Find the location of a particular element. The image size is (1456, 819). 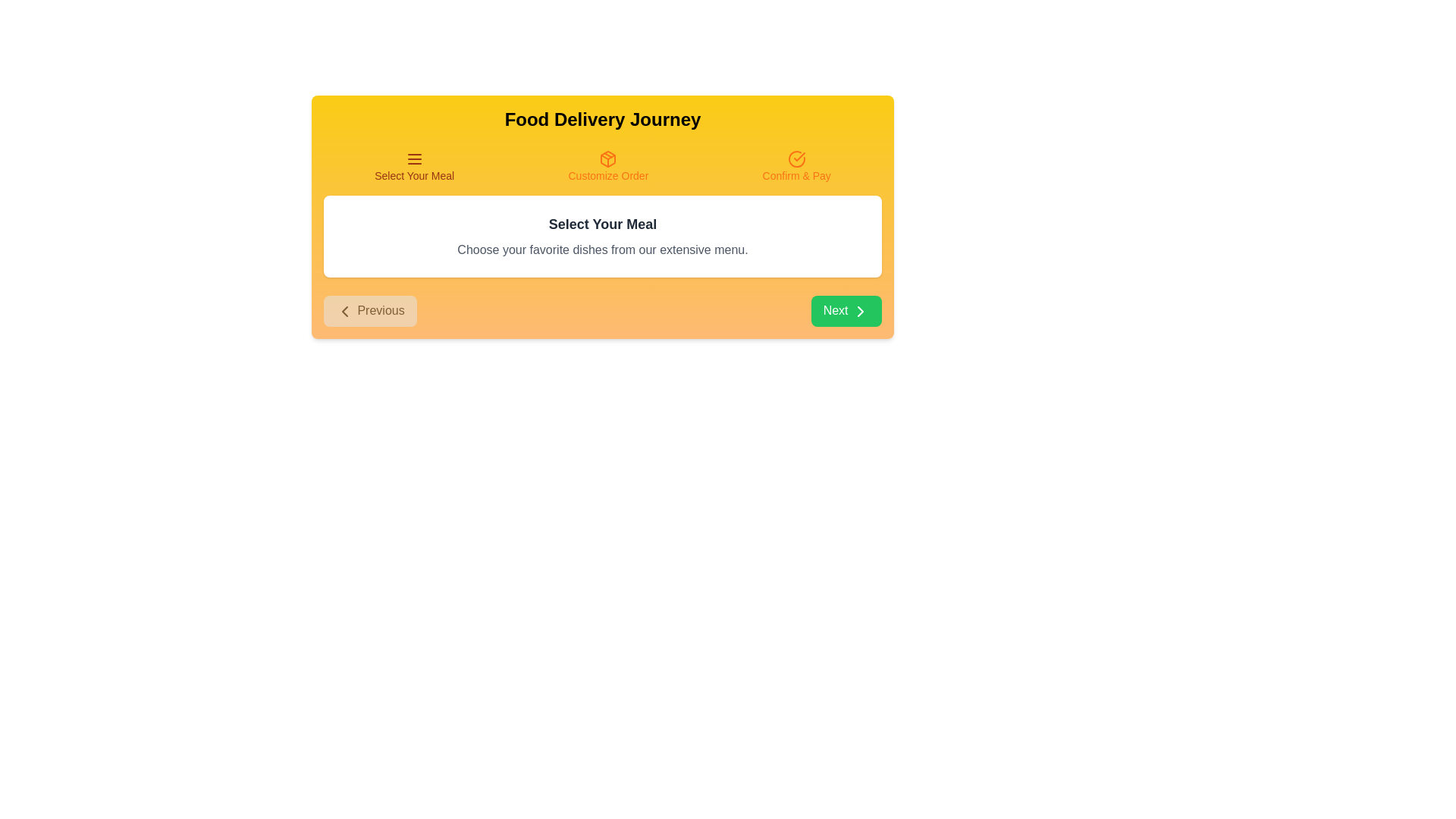

the chevron-shaped right arrow icon located within the green 'Next' button at the bottom right of the interface to proceed is located at coordinates (860, 309).